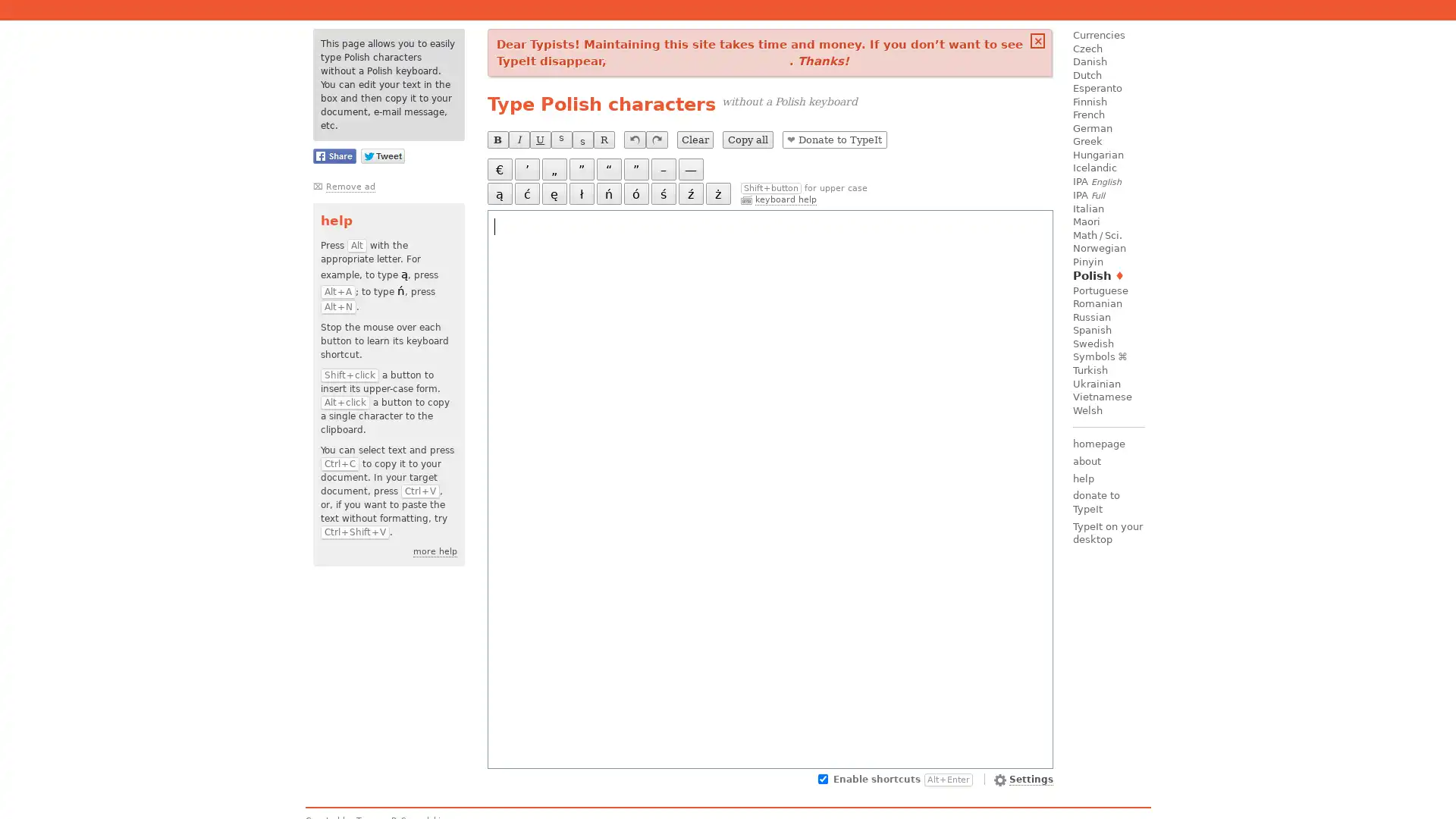 The height and width of the screenshot is (819, 1456). Describe the element at coordinates (382, 155) in the screenshot. I see `Share this page on Twitter` at that location.